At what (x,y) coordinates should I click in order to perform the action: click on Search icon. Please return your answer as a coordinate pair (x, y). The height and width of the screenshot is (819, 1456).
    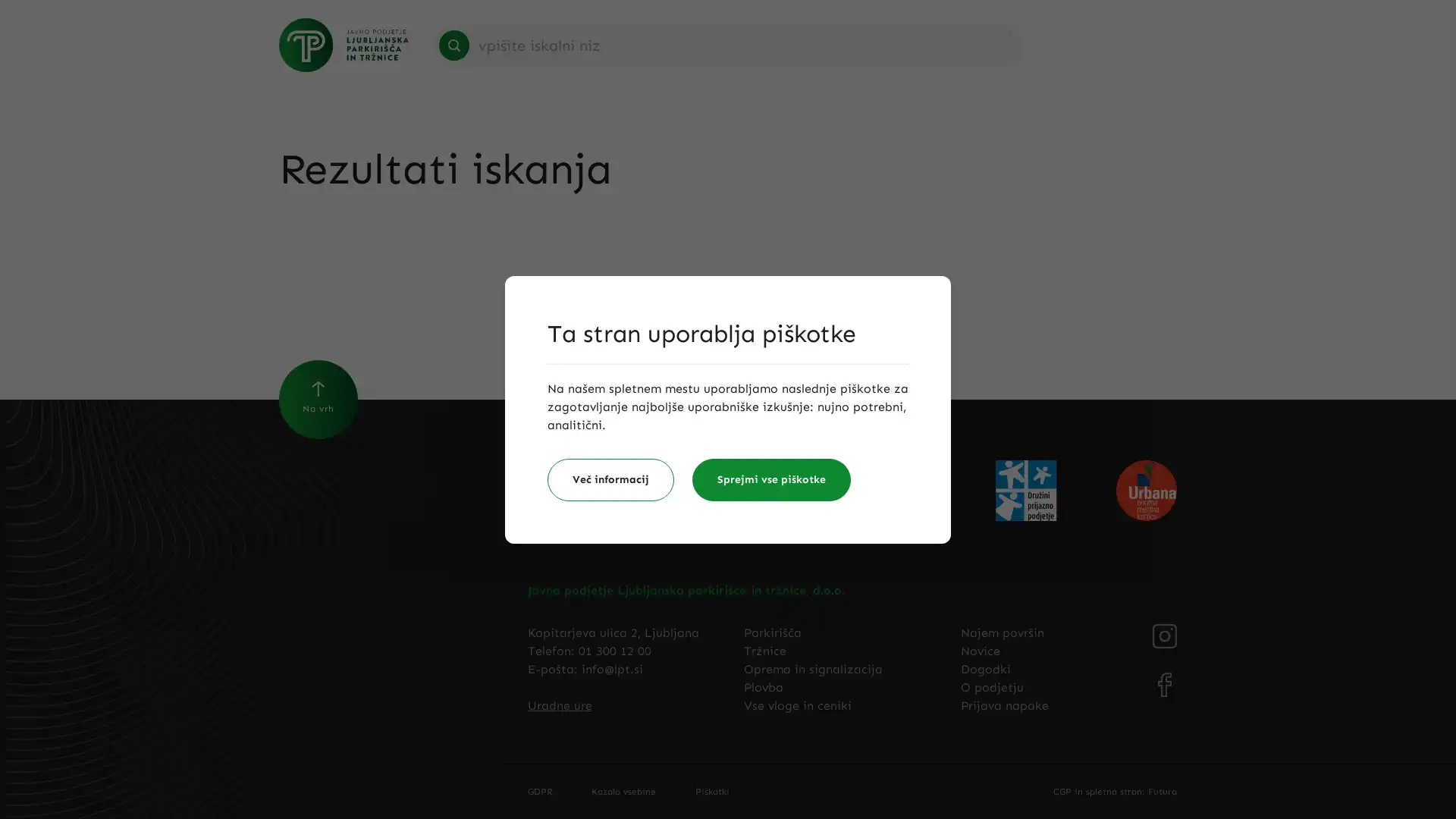
    Looking at the image, I should click on (453, 43).